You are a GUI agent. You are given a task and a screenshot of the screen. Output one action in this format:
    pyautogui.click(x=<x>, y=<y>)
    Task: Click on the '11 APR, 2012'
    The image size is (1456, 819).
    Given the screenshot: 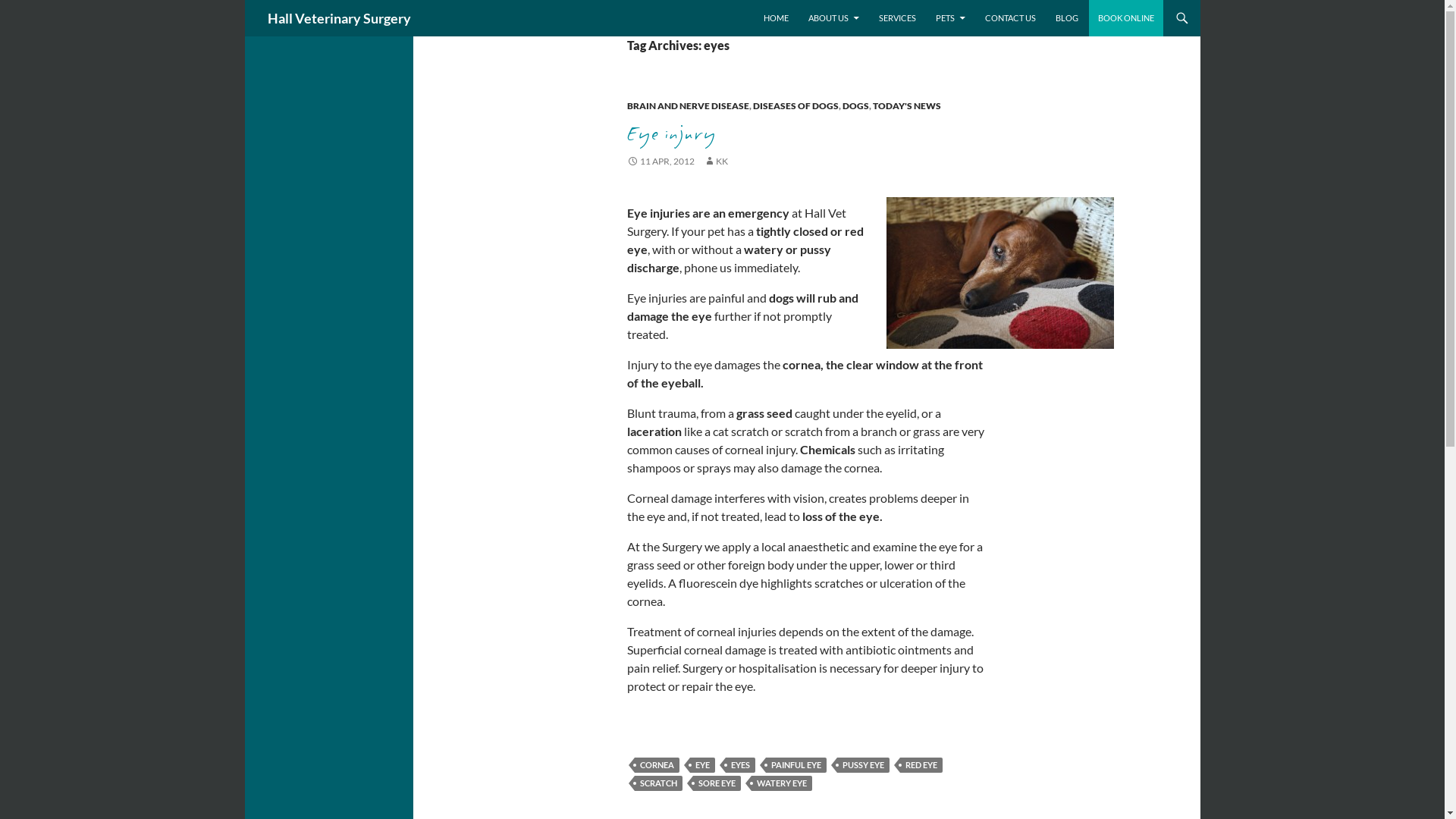 What is the action you would take?
    pyautogui.click(x=660, y=161)
    